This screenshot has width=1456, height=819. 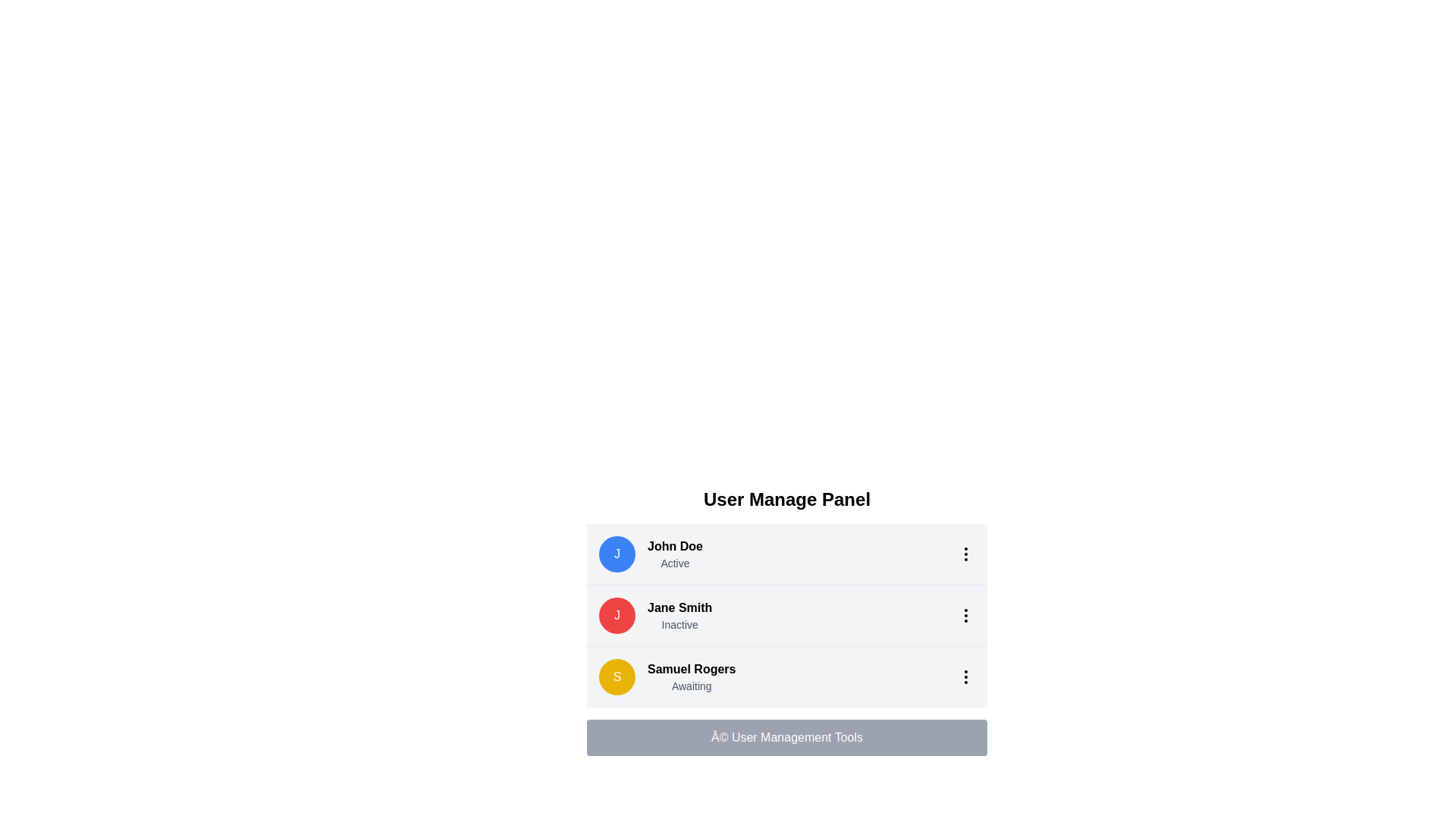 What do you see at coordinates (617, 676) in the screenshot?
I see `the avatar representing user 'Samuel Rogers' located in the third row of the user card list` at bounding box center [617, 676].